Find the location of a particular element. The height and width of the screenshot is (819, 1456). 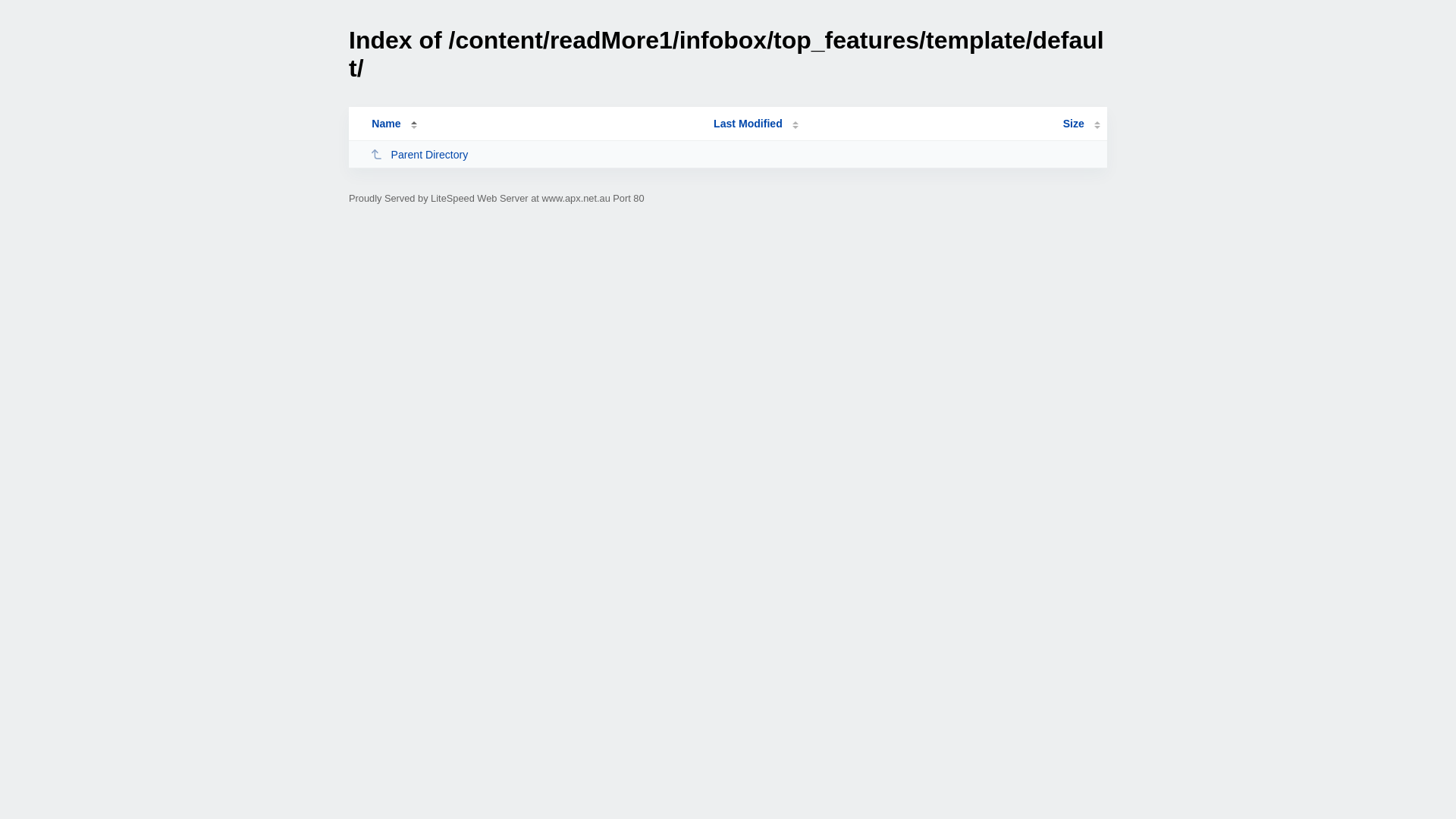

'Parent Directory' is located at coordinates (370, 154).